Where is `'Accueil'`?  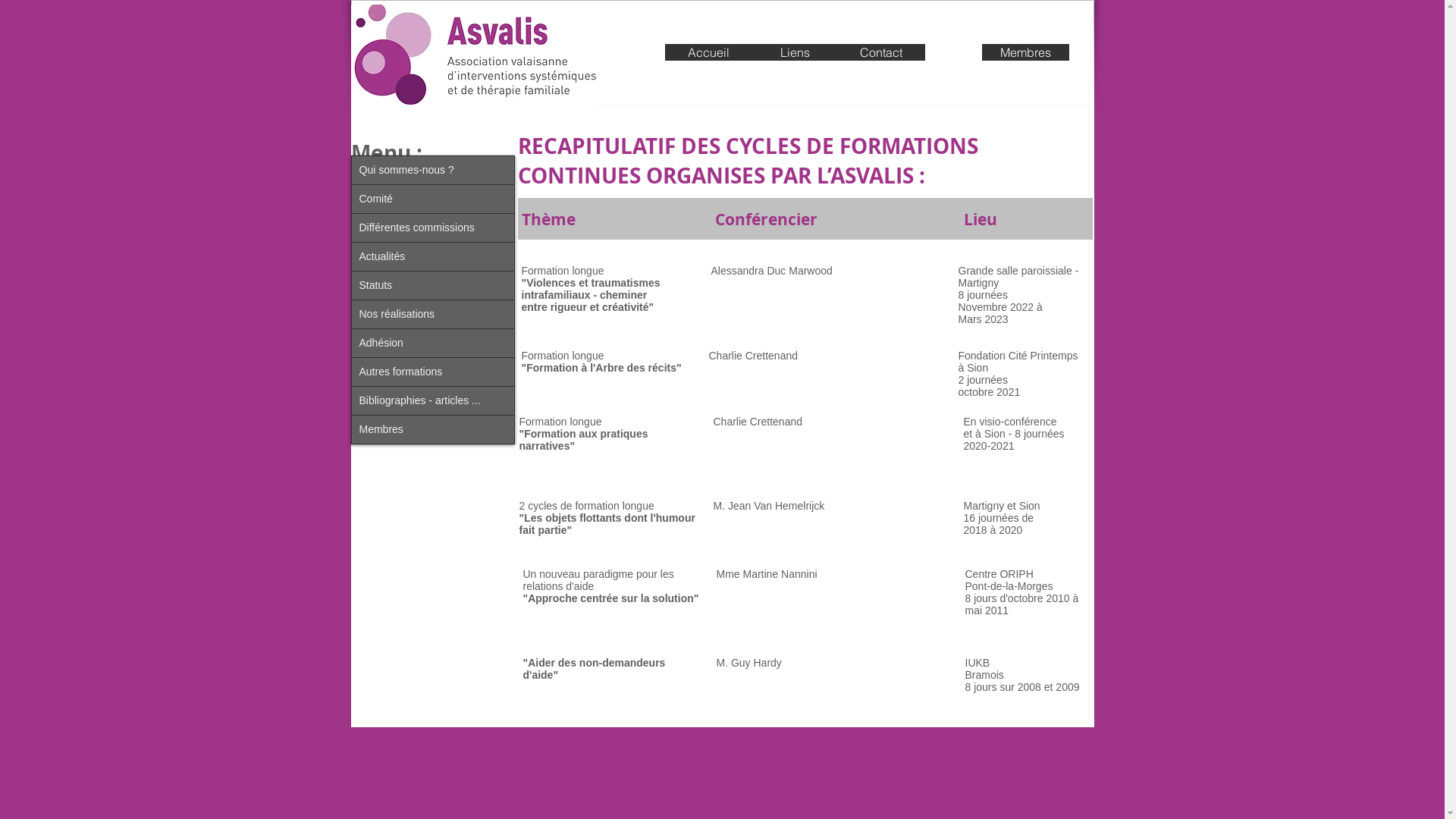 'Accueil' is located at coordinates (707, 52).